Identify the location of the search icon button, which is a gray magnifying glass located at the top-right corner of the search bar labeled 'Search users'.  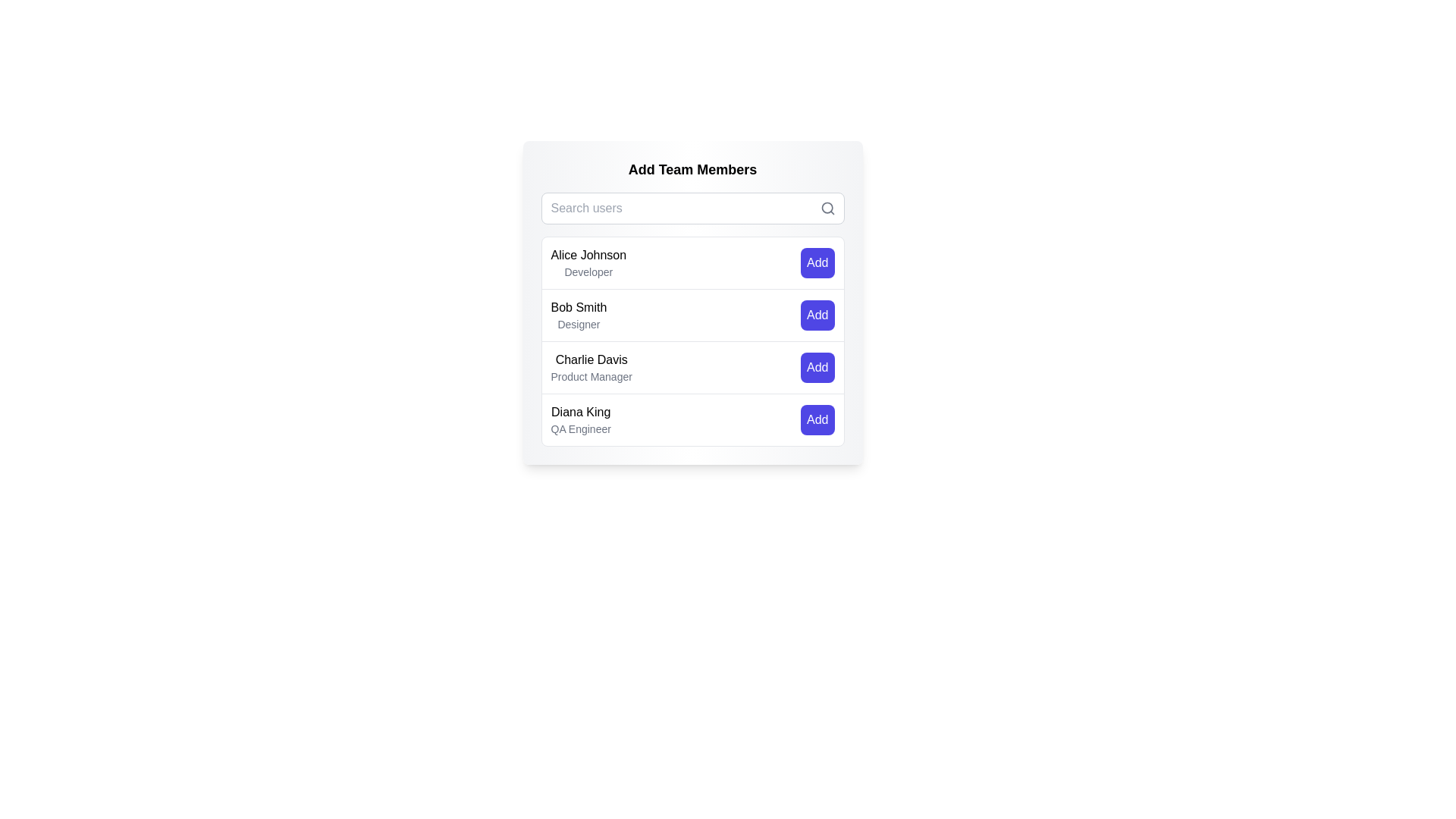
(827, 208).